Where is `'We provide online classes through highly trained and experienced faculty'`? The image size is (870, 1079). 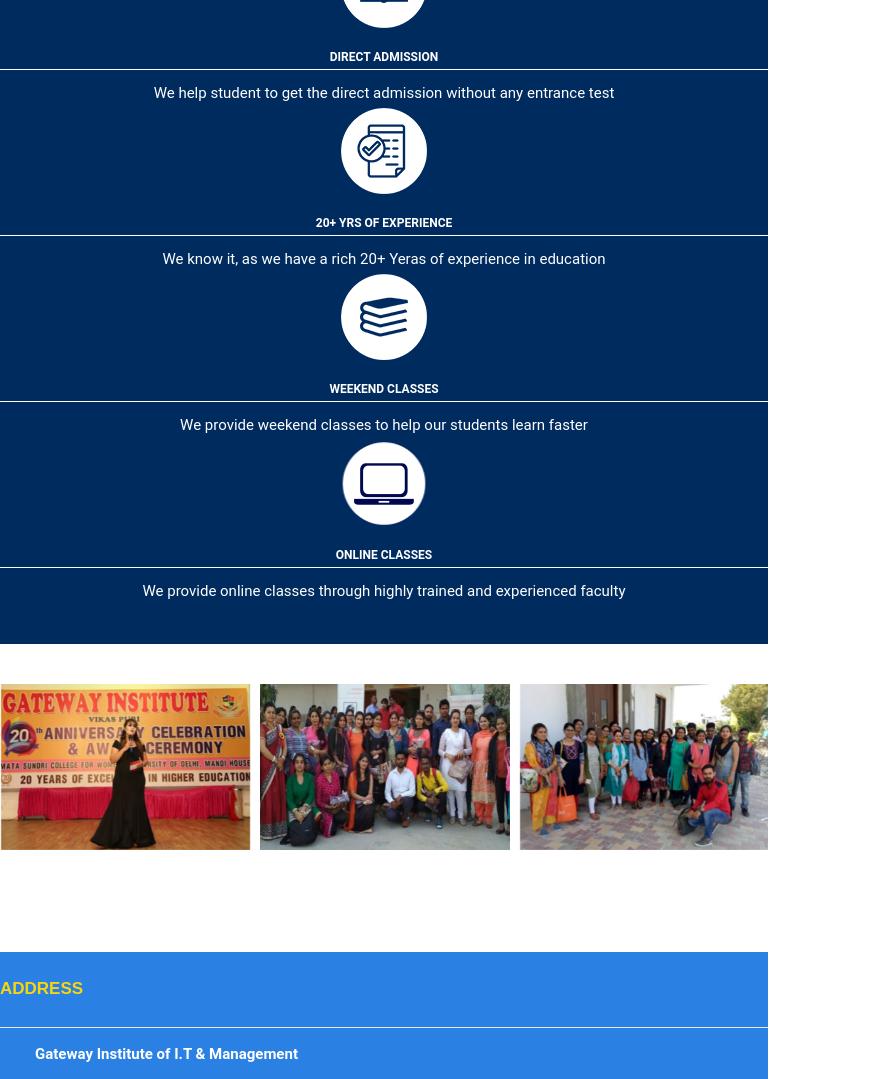 'We provide online classes through highly trained and experienced faculty' is located at coordinates (383, 590).